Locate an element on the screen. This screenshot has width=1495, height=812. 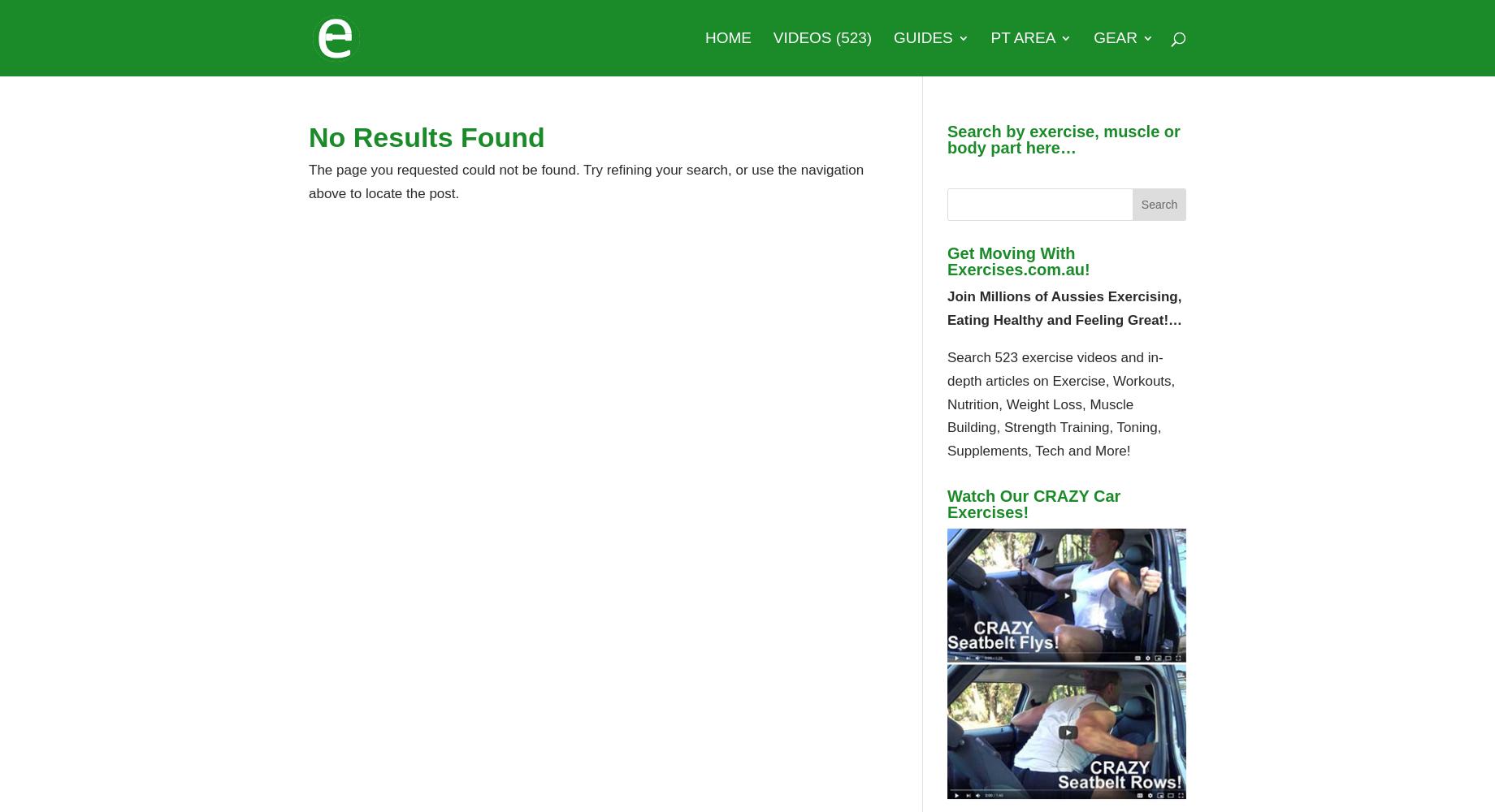
'Watch Our CRAZY Car Exercises!' is located at coordinates (1033, 503).